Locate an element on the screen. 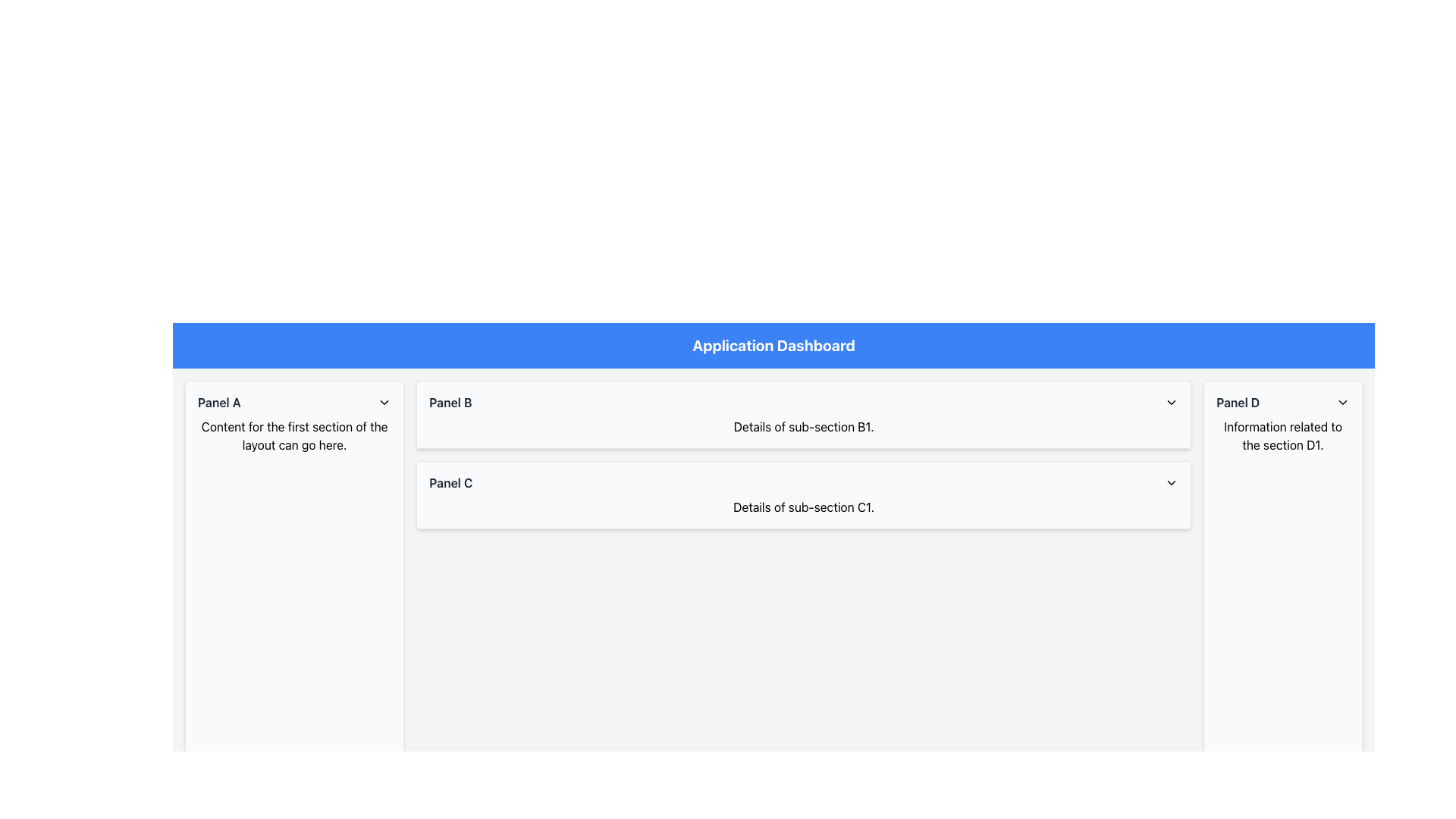 The width and height of the screenshot is (1456, 819). the Expandable/Collapsible Panel for 'C1' located below 'Panel B' is located at coordinates (803, 494).